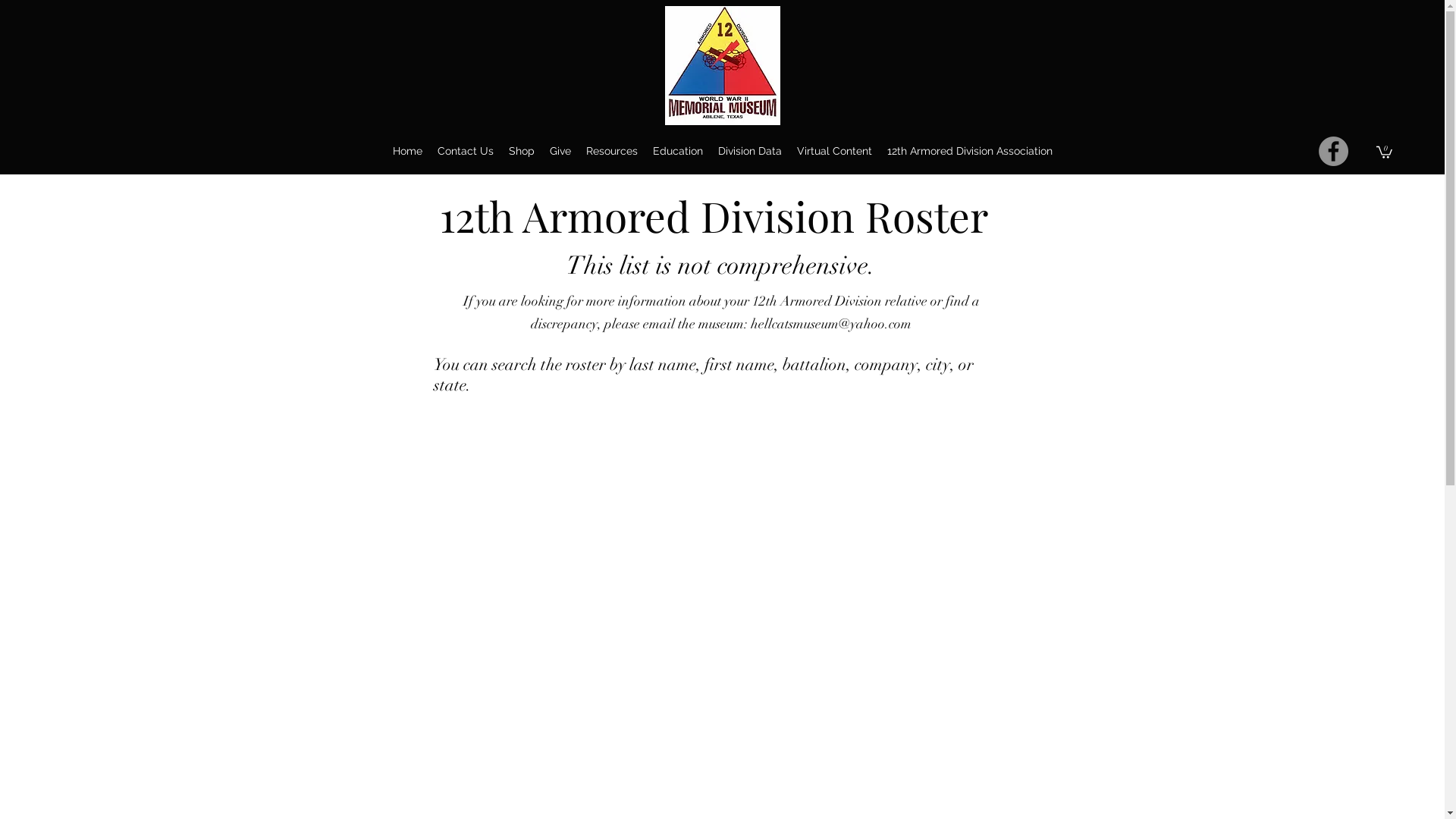  I want to click on 'hellcatsmuseum@yahoo.com', so click(750, 323).